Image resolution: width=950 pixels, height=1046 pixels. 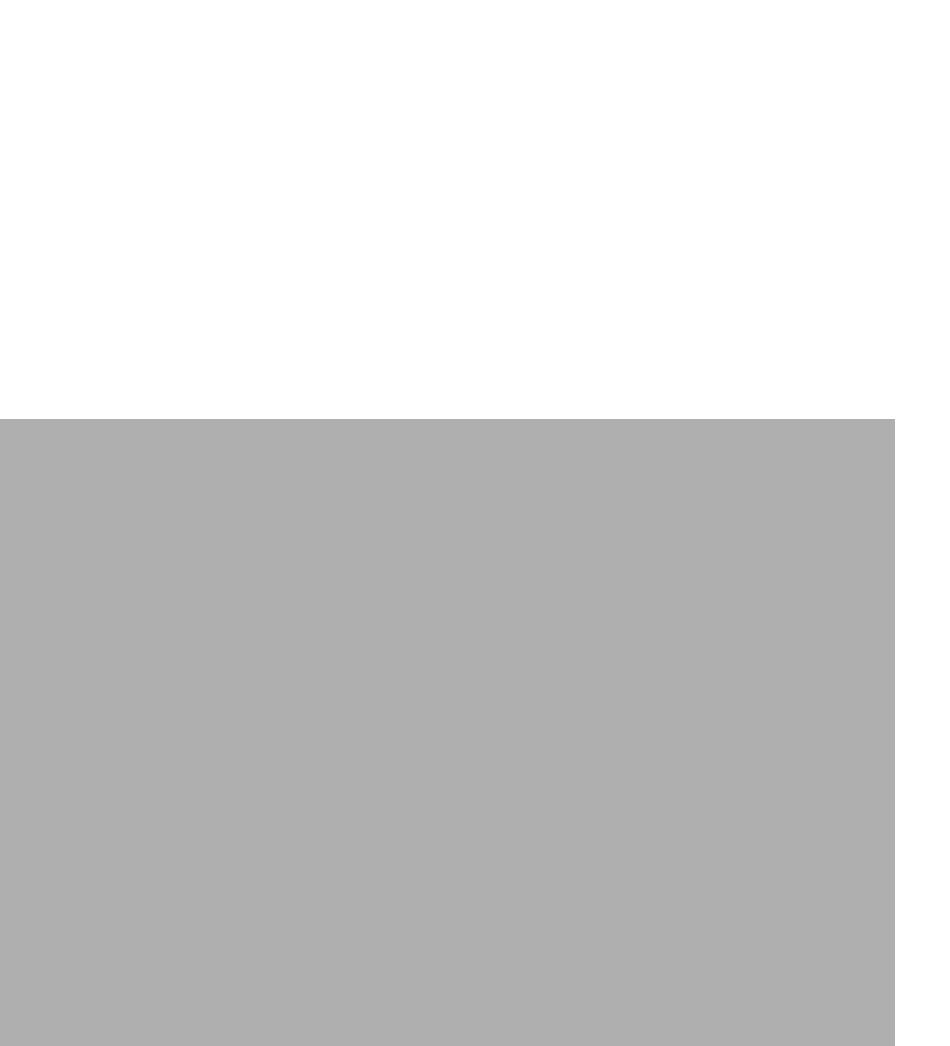 What do you see at coordinates (201, 745) in the screenshot?
I see `'Free Studio Utilities'` at bounding box center [201, 745].